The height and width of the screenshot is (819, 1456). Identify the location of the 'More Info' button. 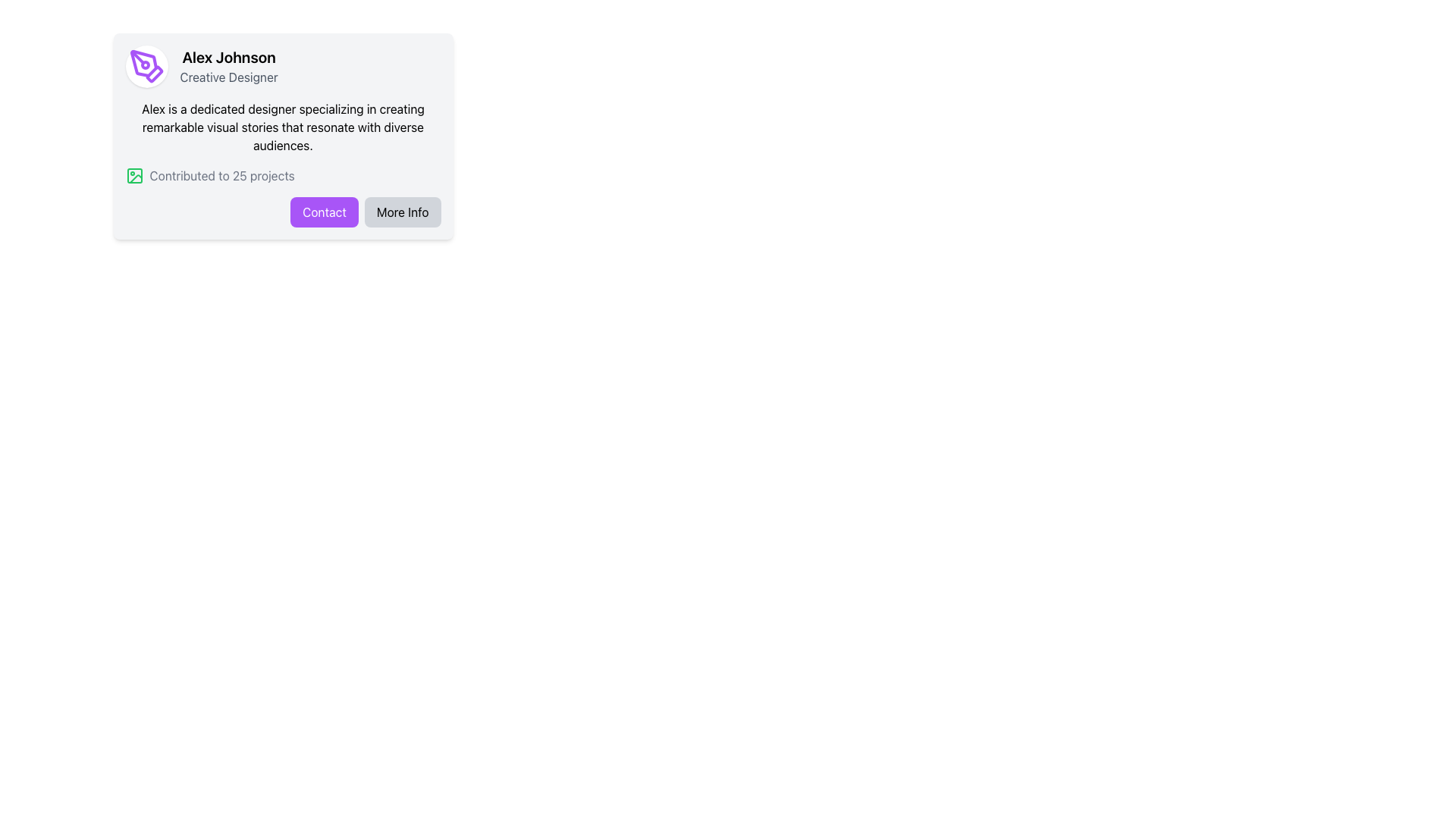
(403, 212).